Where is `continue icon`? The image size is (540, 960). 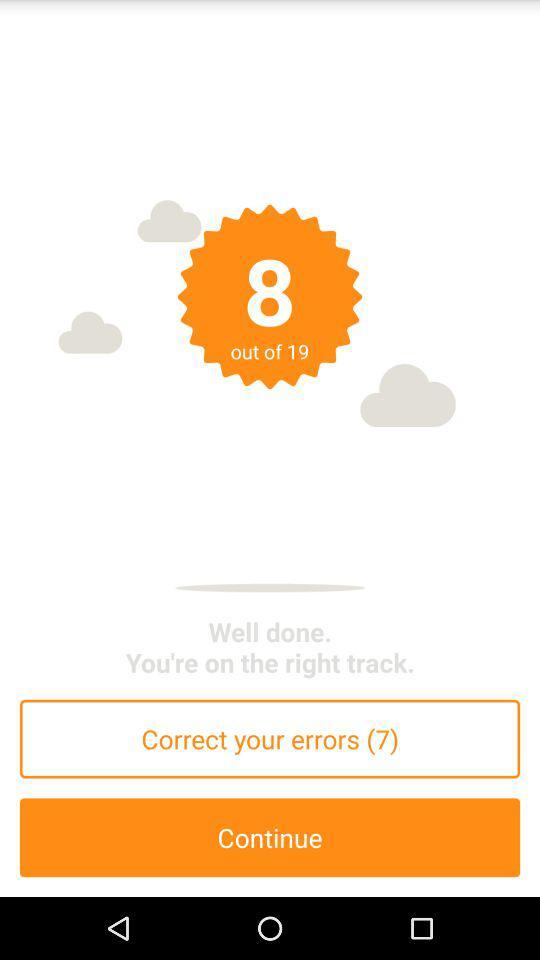
continue icon is located at coordinates (270, 837).